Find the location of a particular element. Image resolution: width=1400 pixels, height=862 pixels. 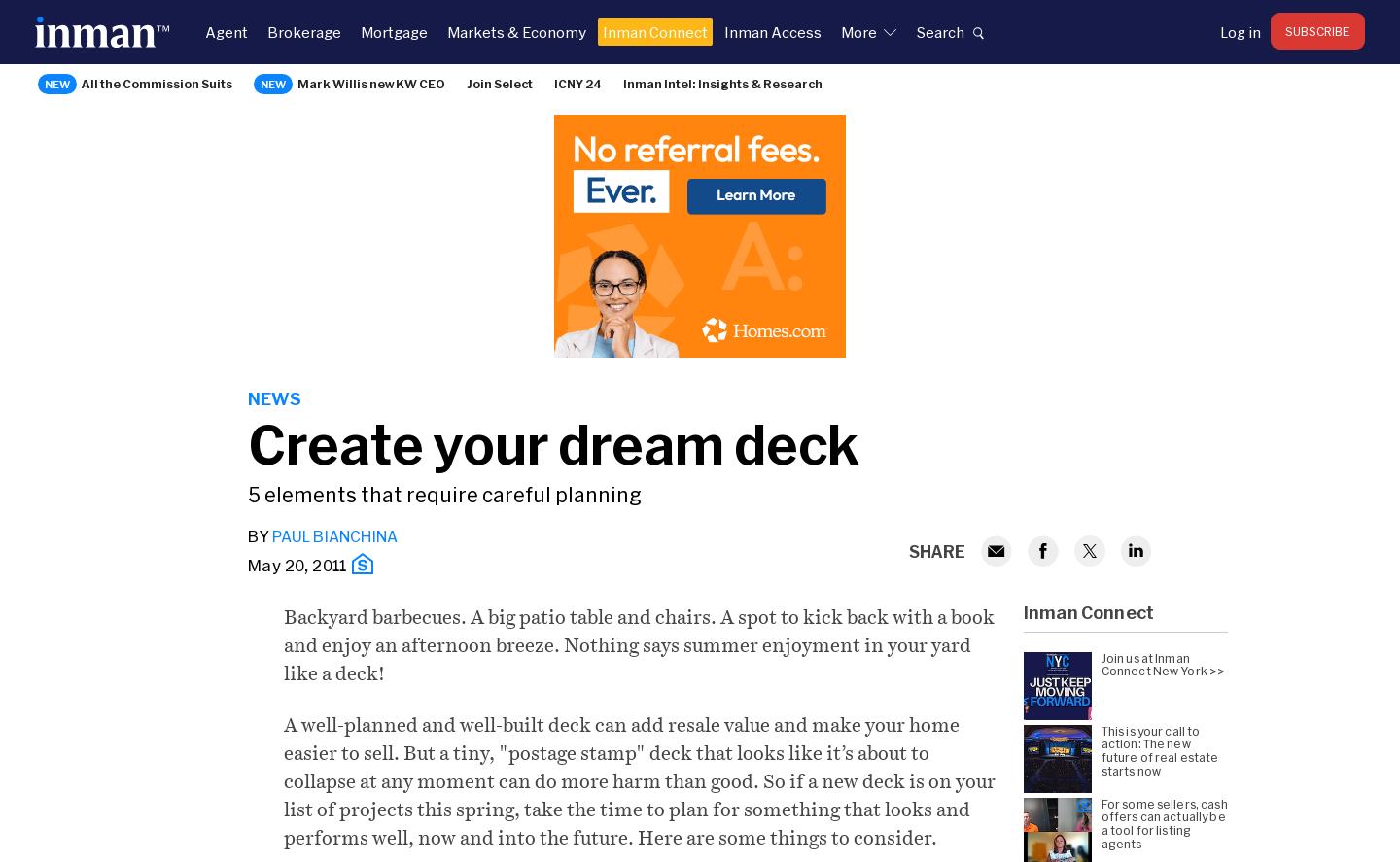

'Join Select' is located at coordinates (498, 83).